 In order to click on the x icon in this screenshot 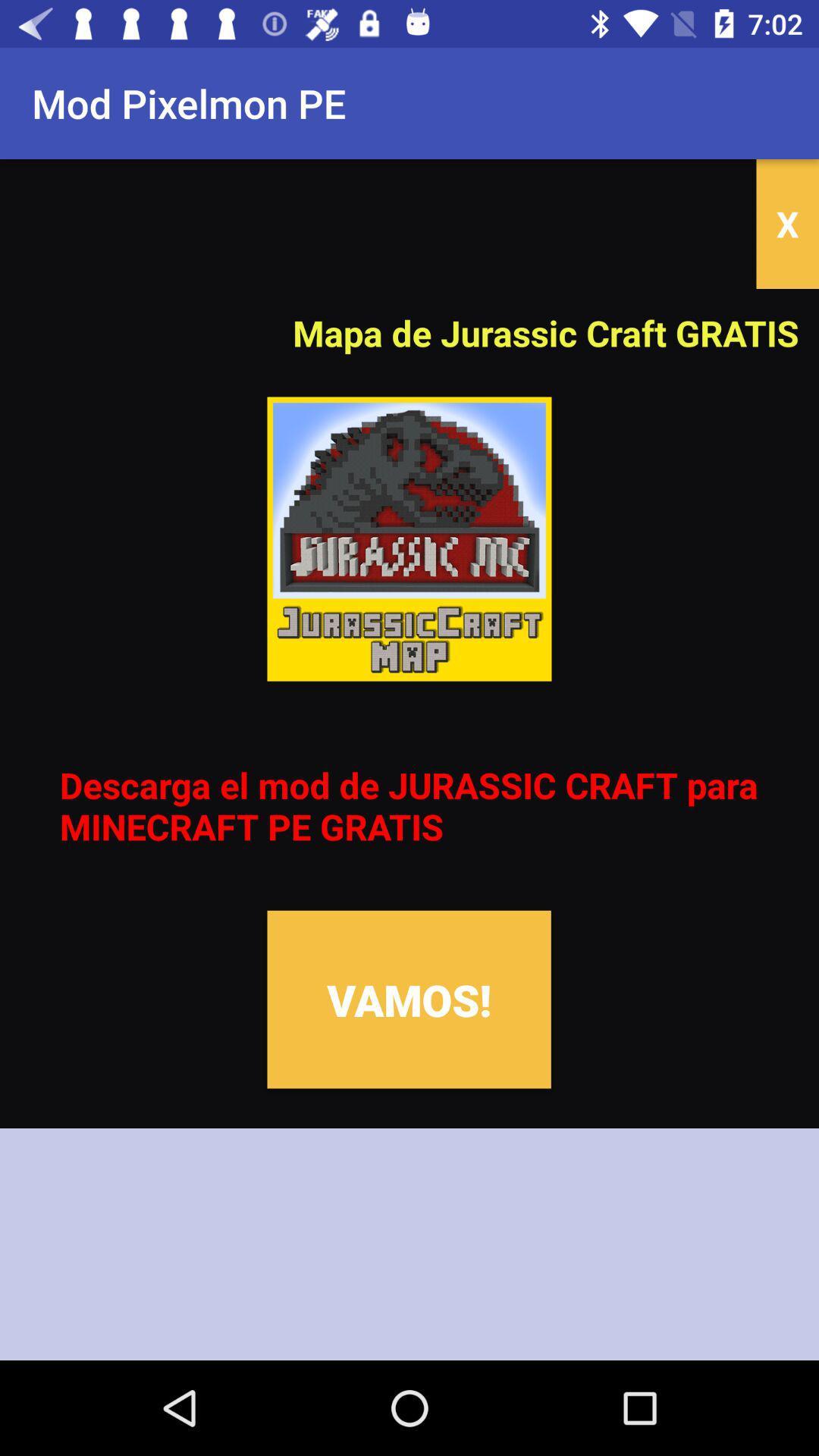, I will do `click(786, 223)`.